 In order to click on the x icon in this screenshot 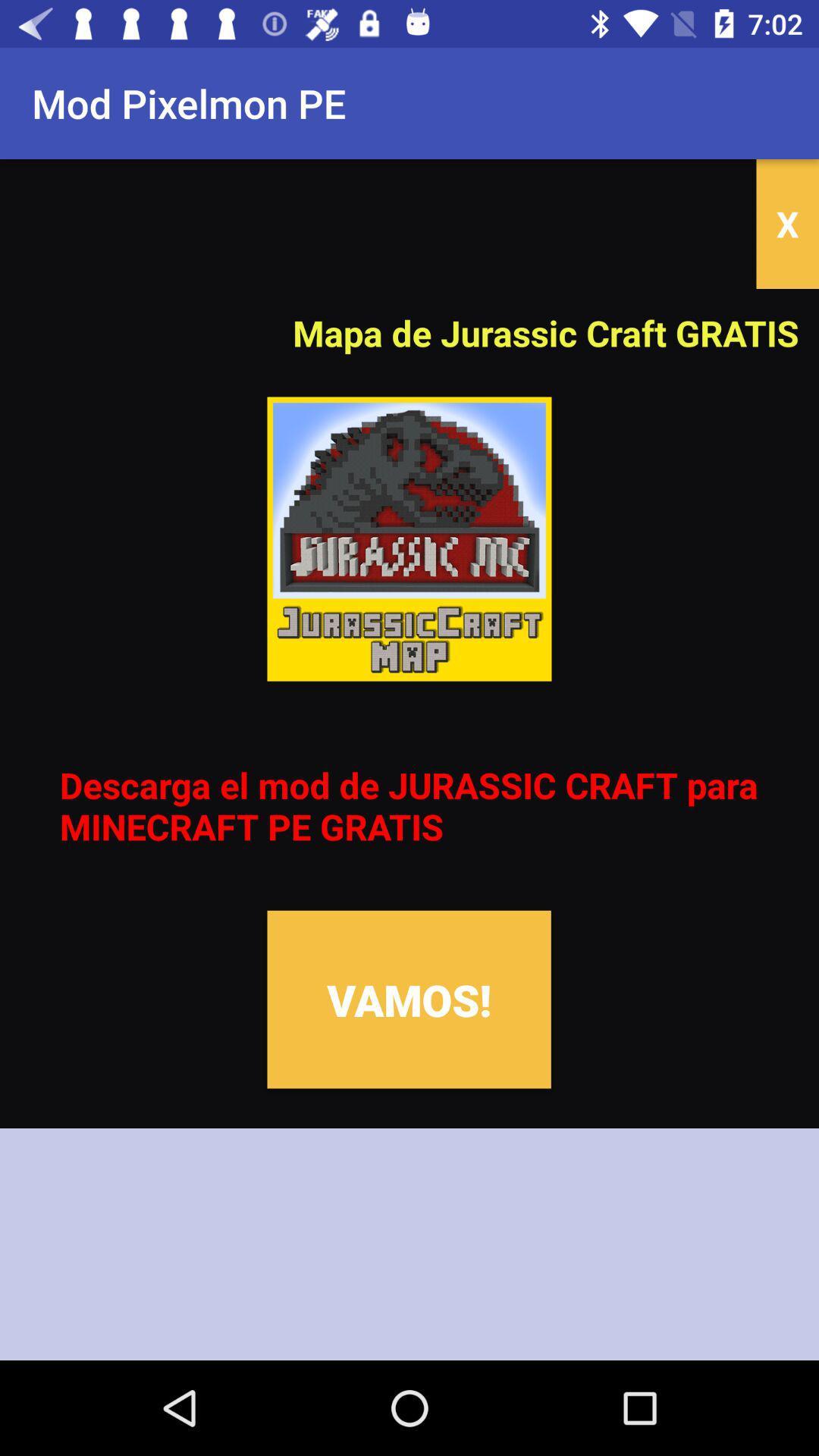, I will do `click(786, 223)`.